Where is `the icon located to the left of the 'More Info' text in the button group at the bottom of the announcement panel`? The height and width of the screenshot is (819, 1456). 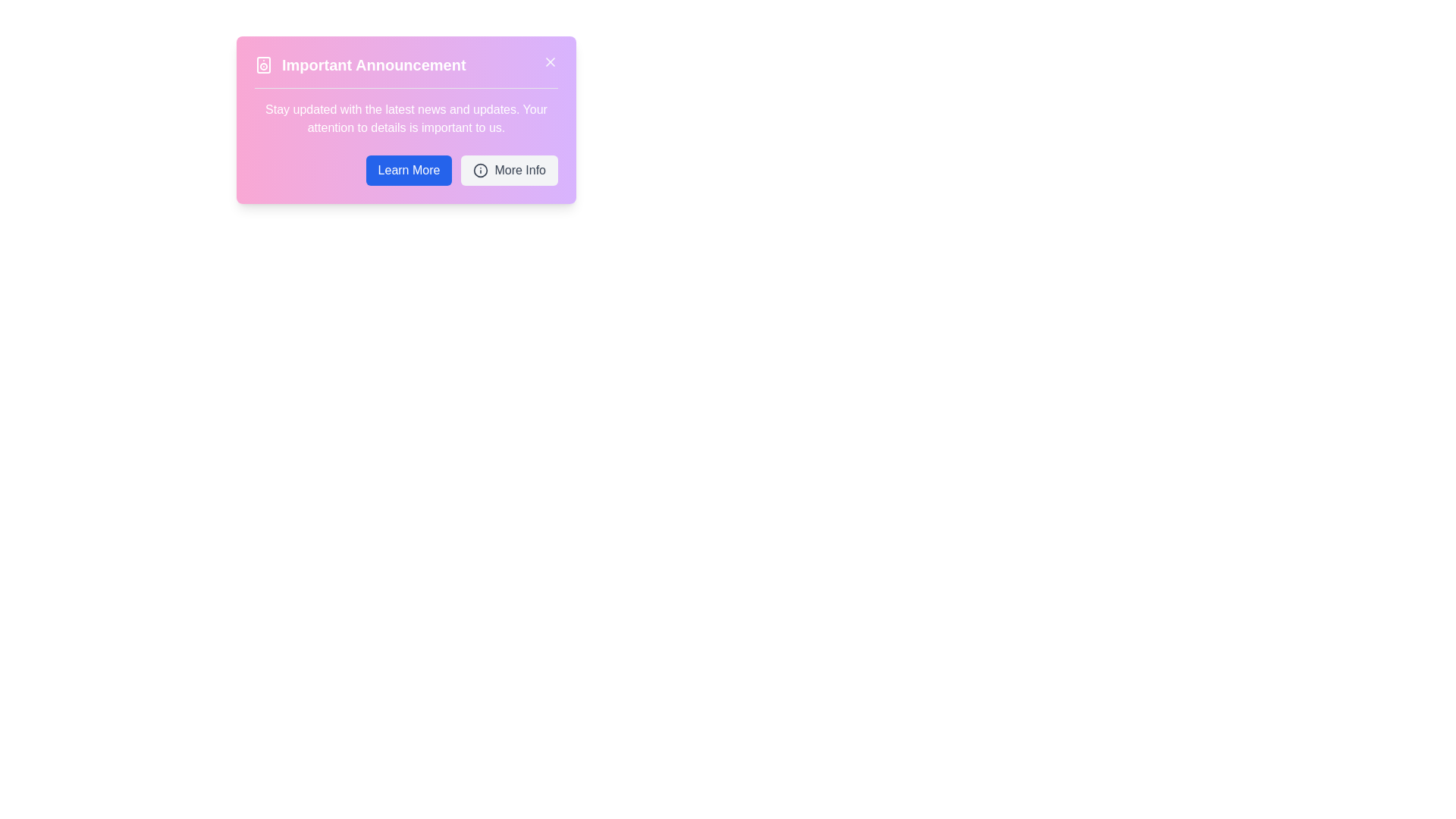
the icon located to the left of the 'More Info' text in the button group at the bottom of the announcement panel is located at coordinates (480, 170).